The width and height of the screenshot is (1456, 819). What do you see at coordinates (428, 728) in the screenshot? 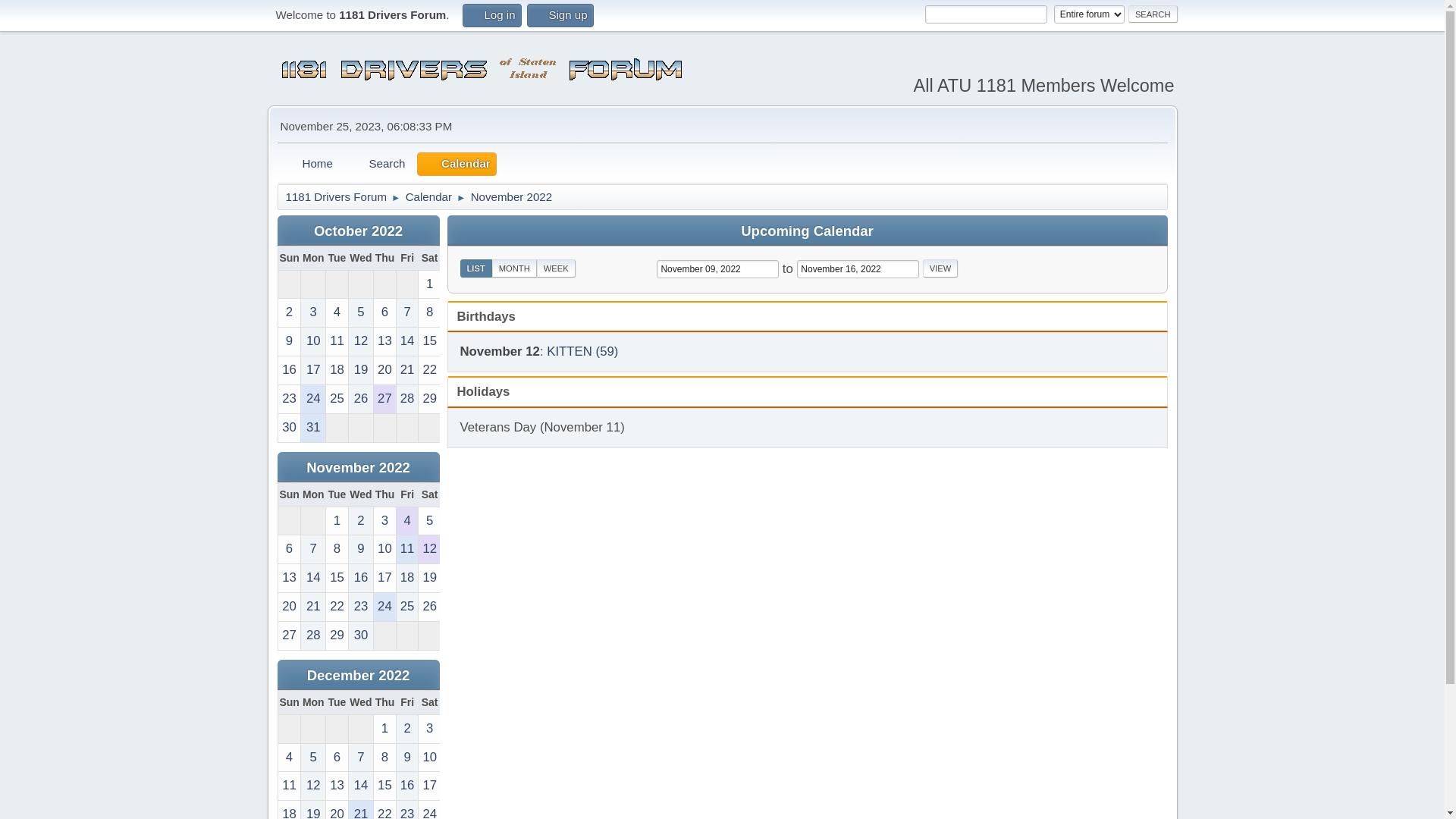
I see `'3'` at bounding box center [428, 728].